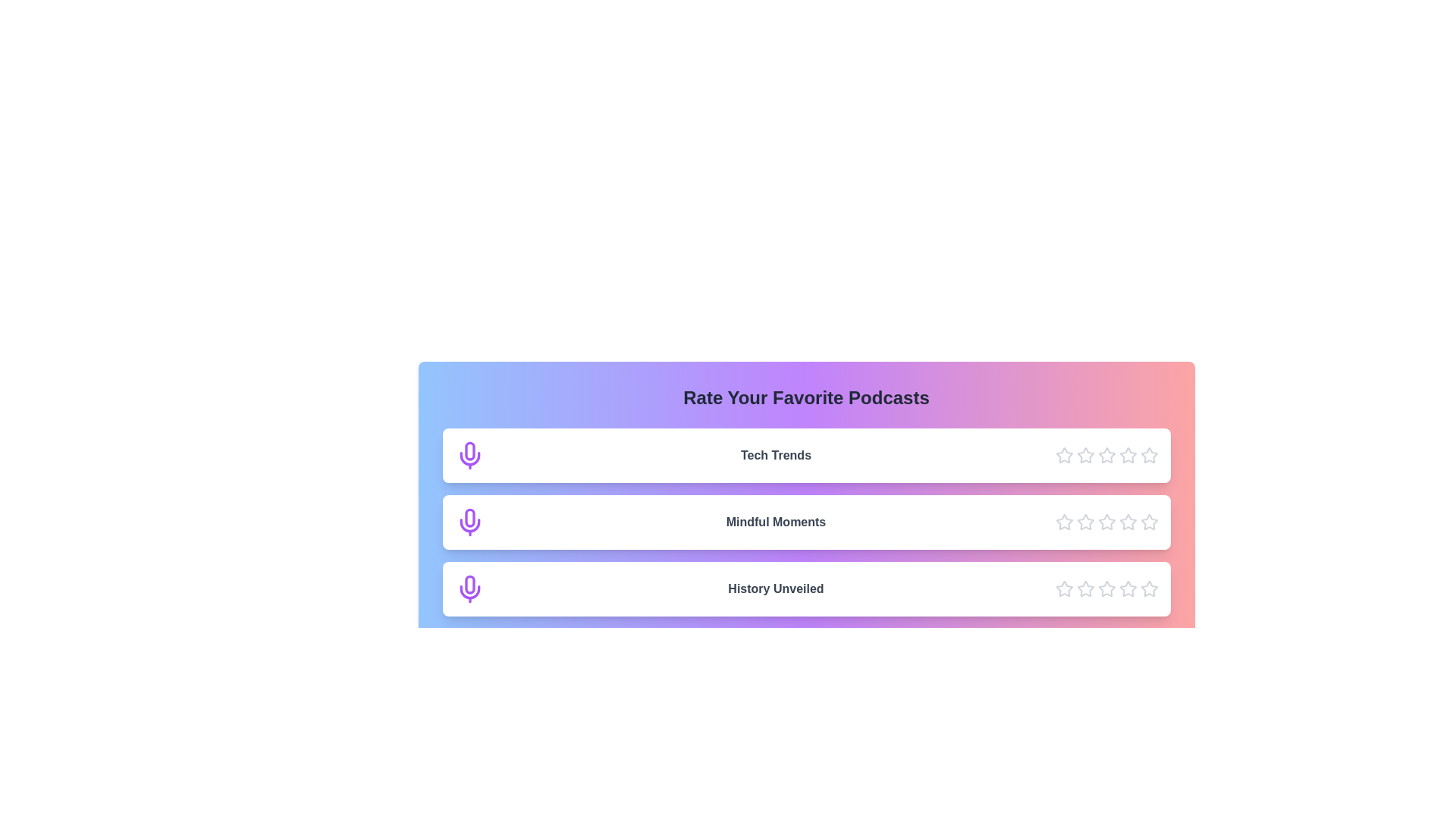  I want to click on the star icon corresponding to 5 stars for the podcast Mindful Moments, so click(1149, 522).